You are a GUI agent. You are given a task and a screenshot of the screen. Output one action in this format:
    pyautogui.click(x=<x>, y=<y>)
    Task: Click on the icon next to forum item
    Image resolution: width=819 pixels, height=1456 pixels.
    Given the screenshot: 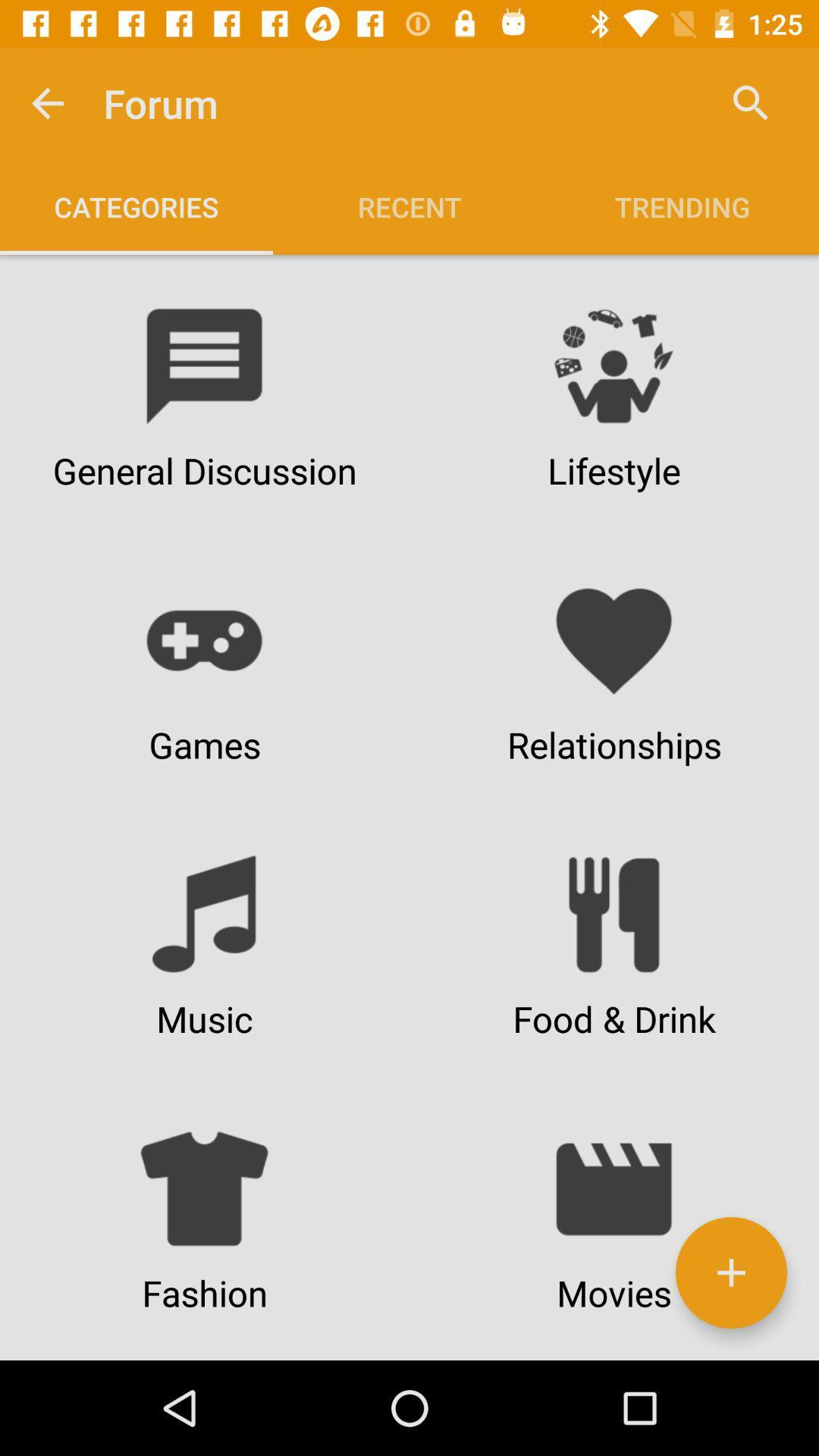 What is the action you would take?
    pyautogui.click(x=46, y=102)
    